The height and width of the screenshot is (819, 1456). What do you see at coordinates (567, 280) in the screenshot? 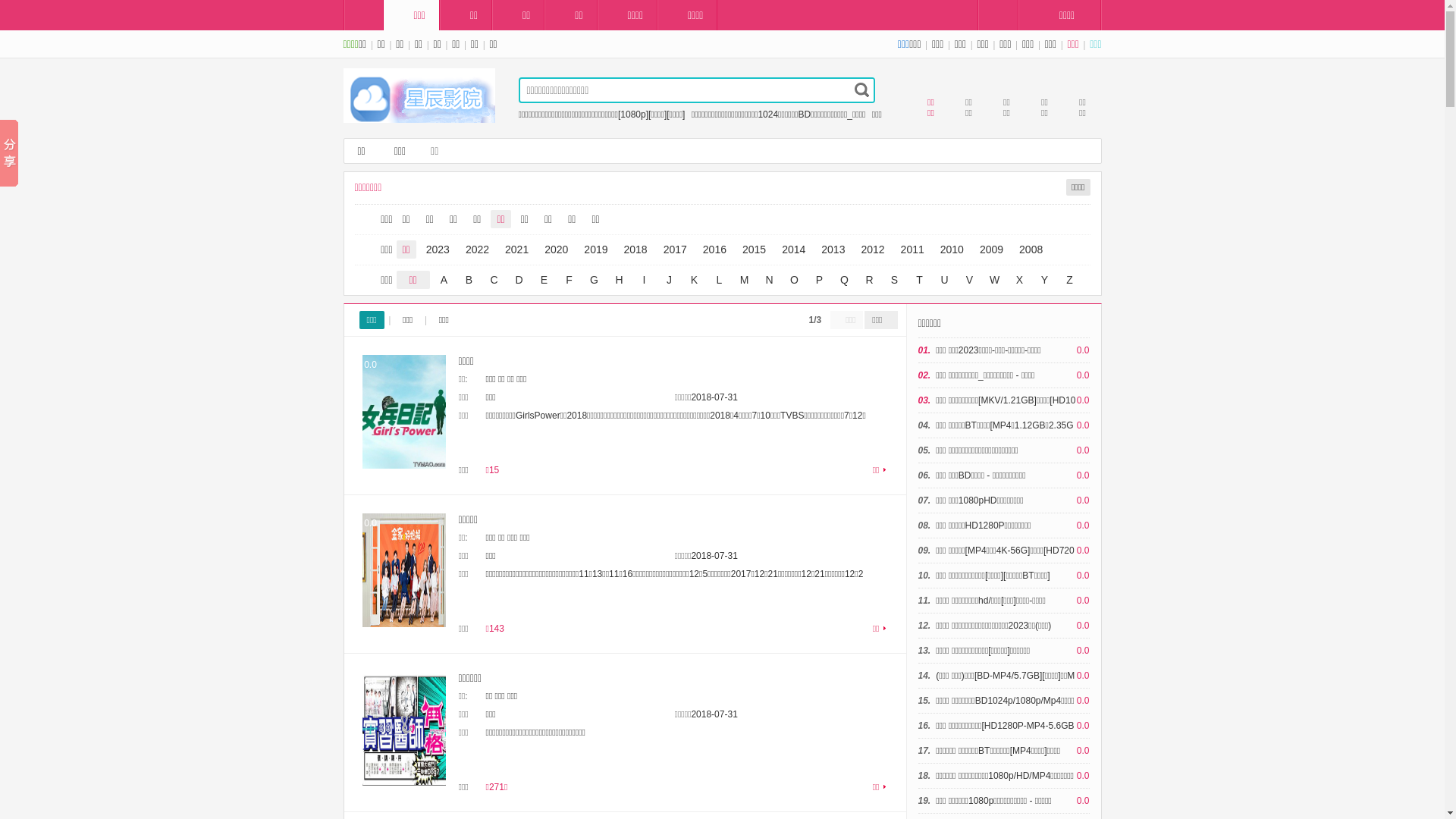
I see `'F'` at bounding box center [567, 280].